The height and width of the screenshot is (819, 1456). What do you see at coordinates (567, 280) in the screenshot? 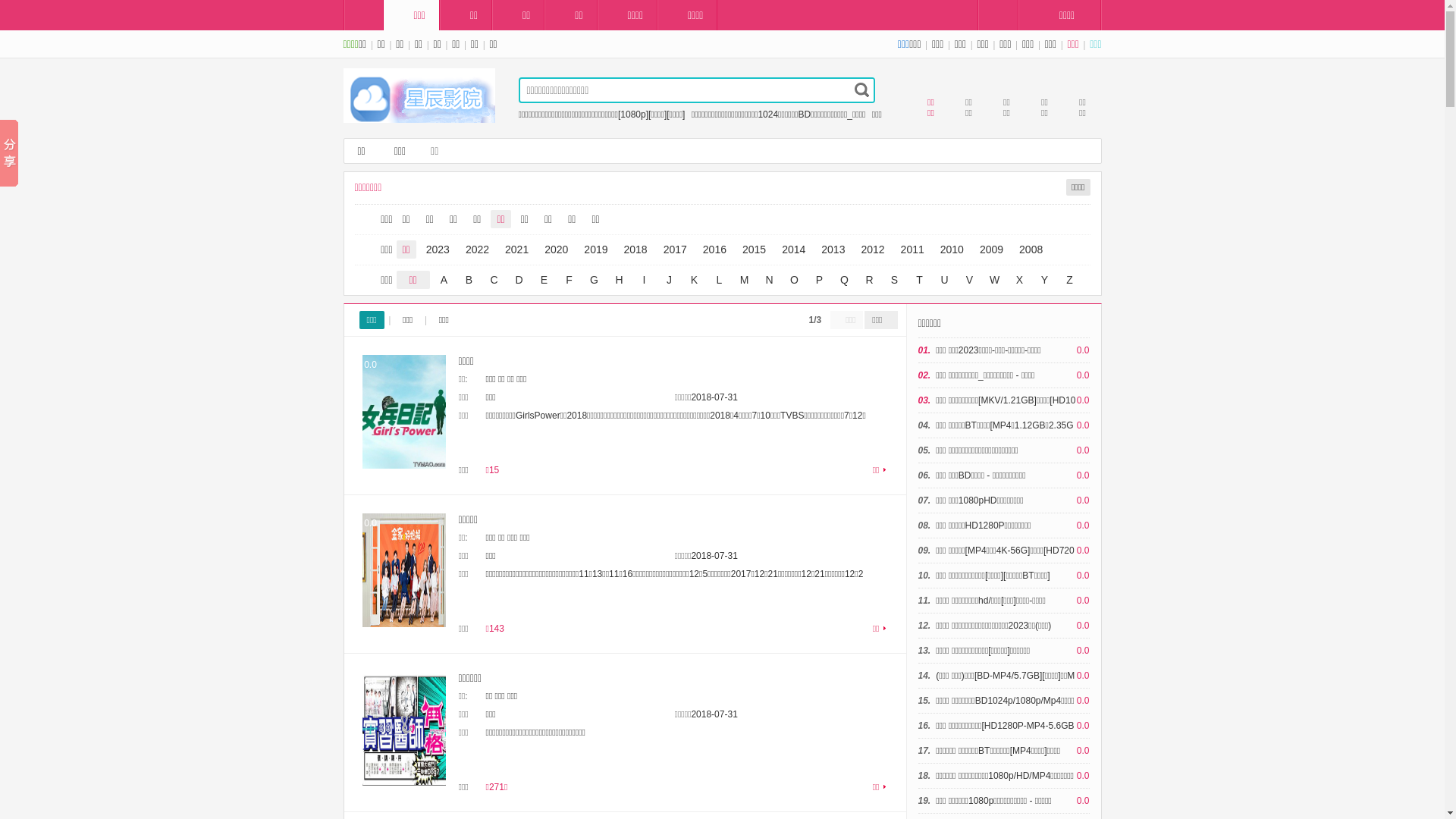
I see `'F'` at bounding box center [567, 280].